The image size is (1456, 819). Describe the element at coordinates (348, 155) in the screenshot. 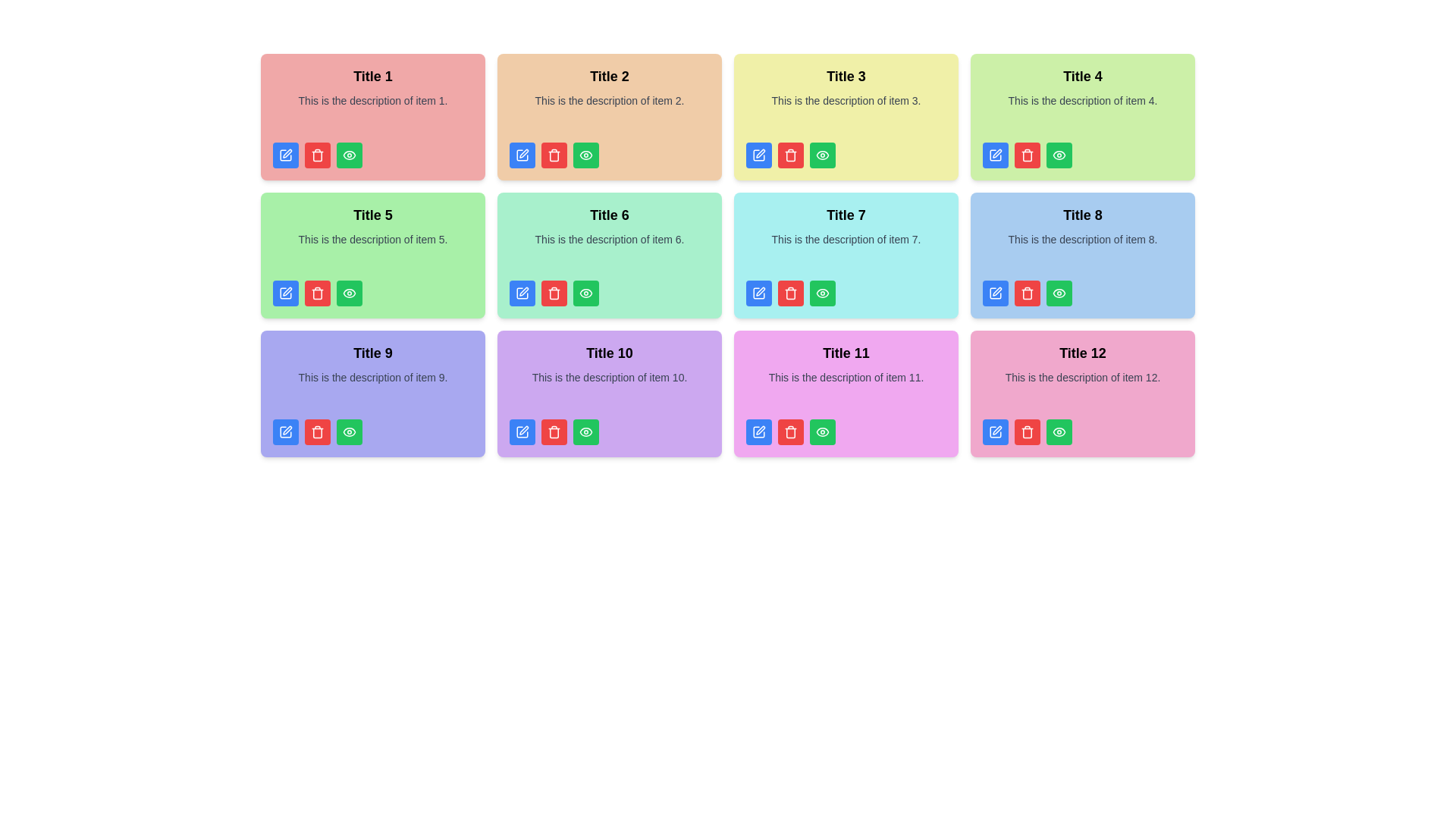

I see `the rightmost icon button located within the green button at the bottom right of the card titled 'Title 5'` at that location.